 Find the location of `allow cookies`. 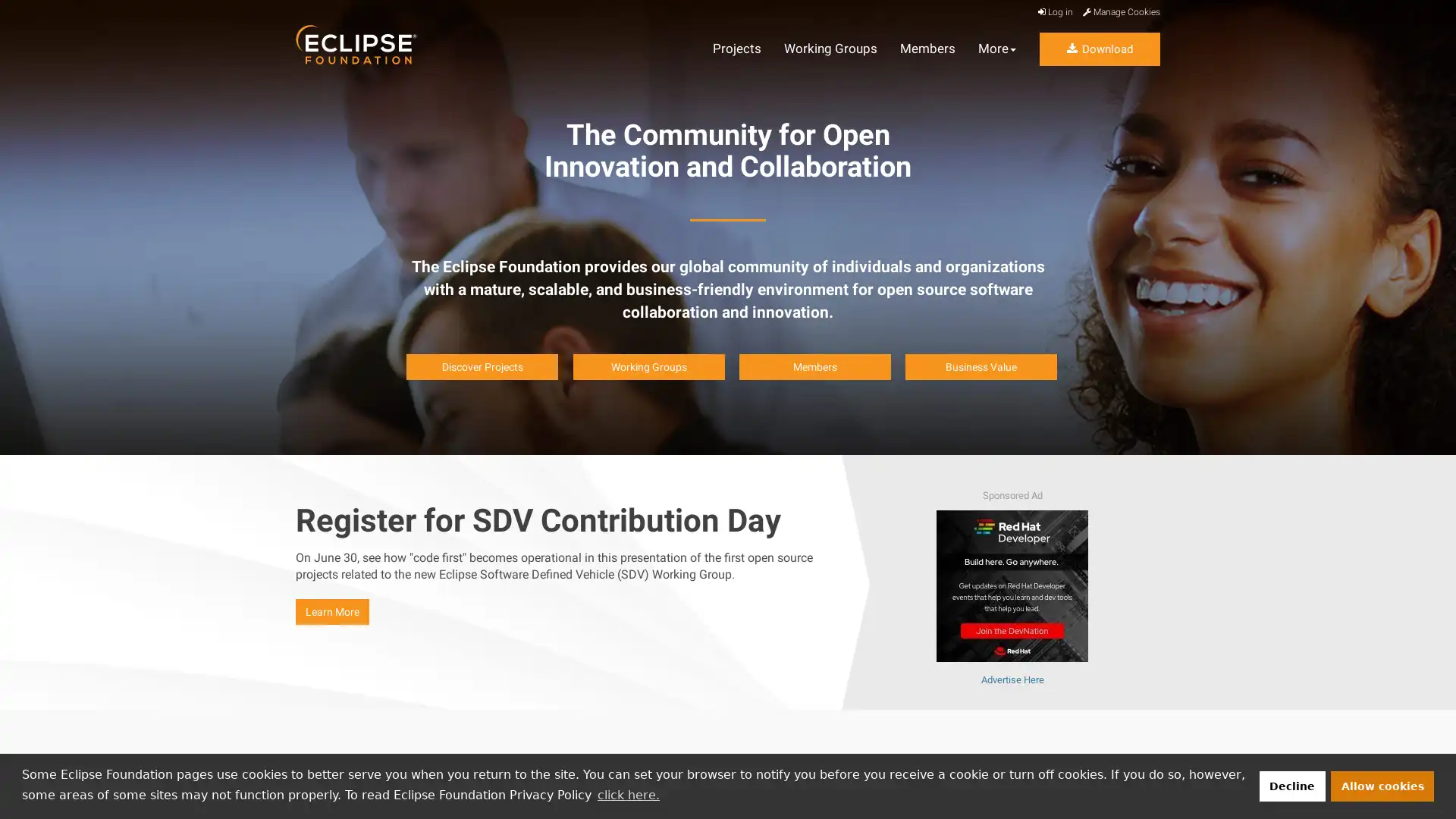

allow cookies is located at coordinates (1382, 785).